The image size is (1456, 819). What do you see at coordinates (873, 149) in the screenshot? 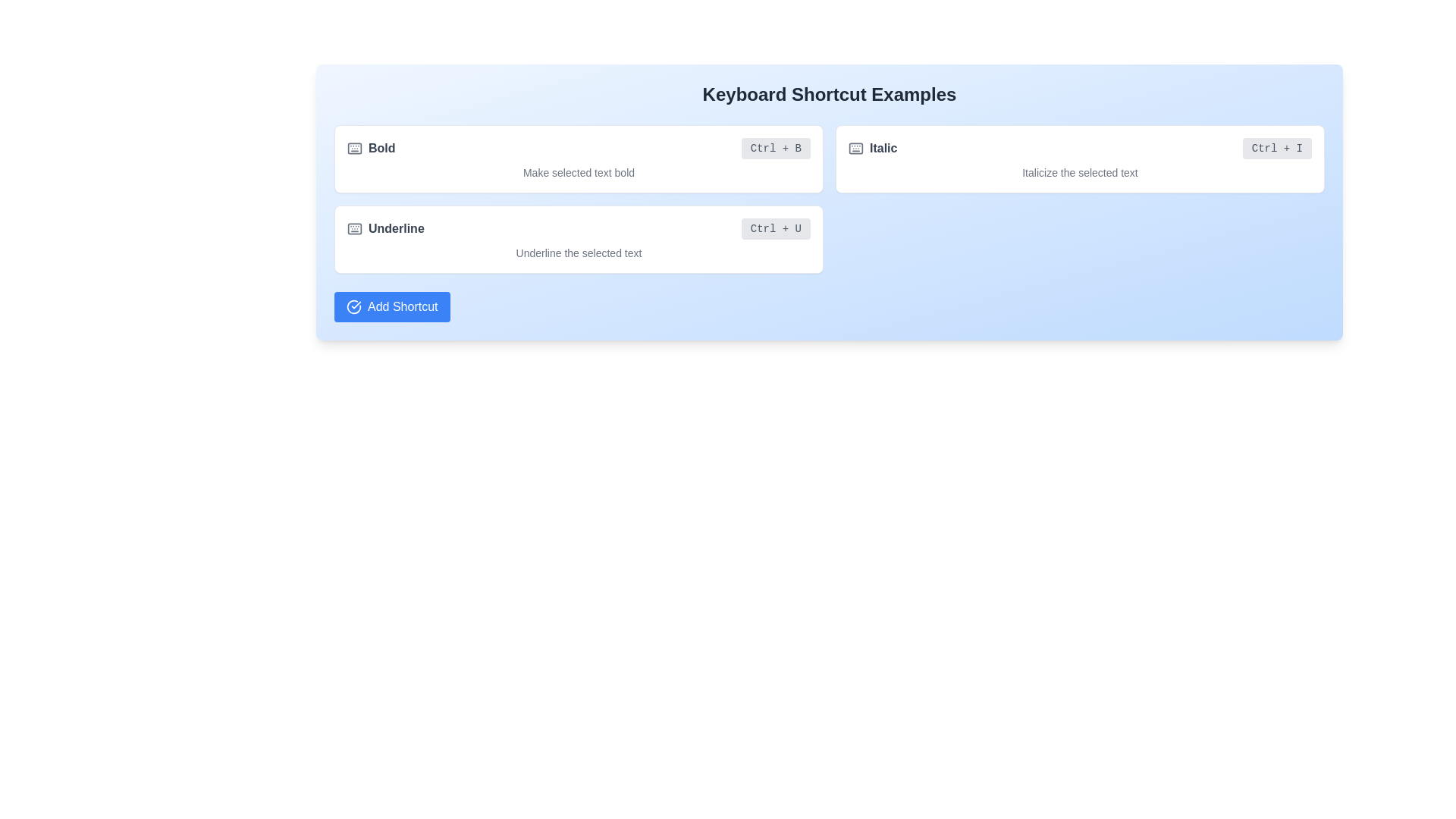
I see `the 'Italic' text label, which is a bold, dark gray label positioned next to a keyboard icon in the top-right shortcut row` at bounding box center [873, 149].